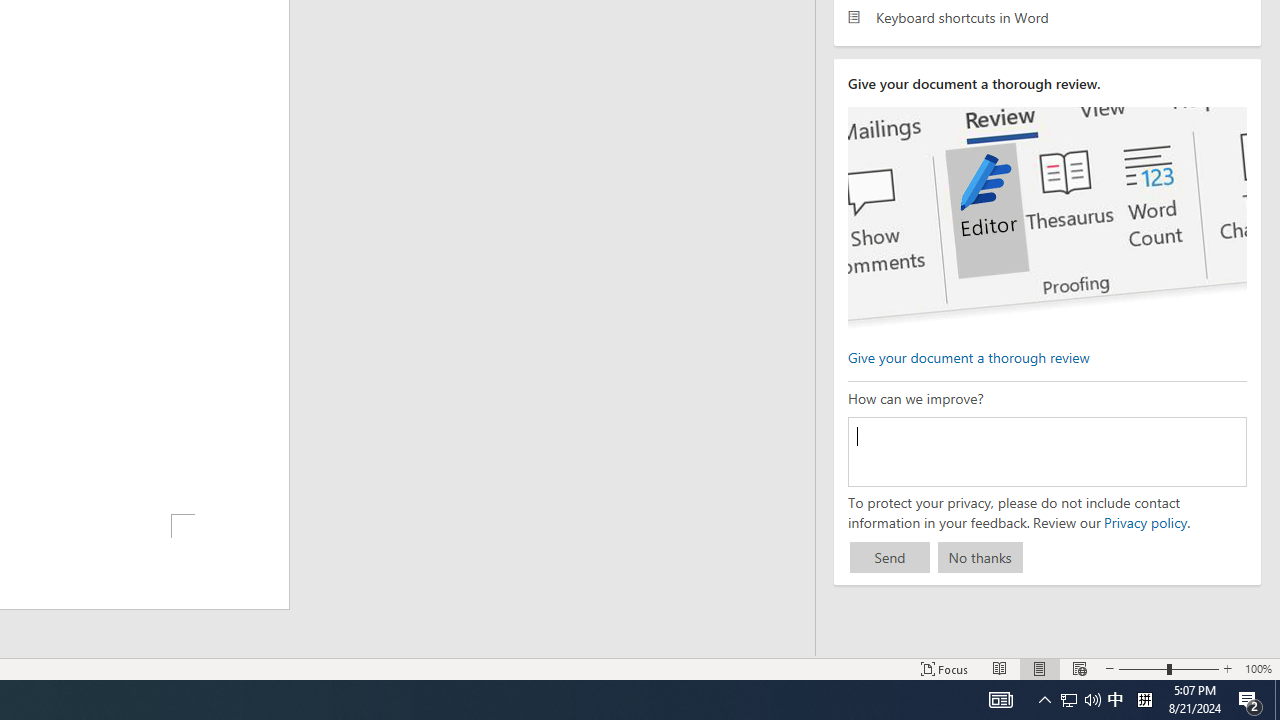 The height and width of the screenshot is (720, 1280). I want to click on 'Zoom', so click(1168, 669).